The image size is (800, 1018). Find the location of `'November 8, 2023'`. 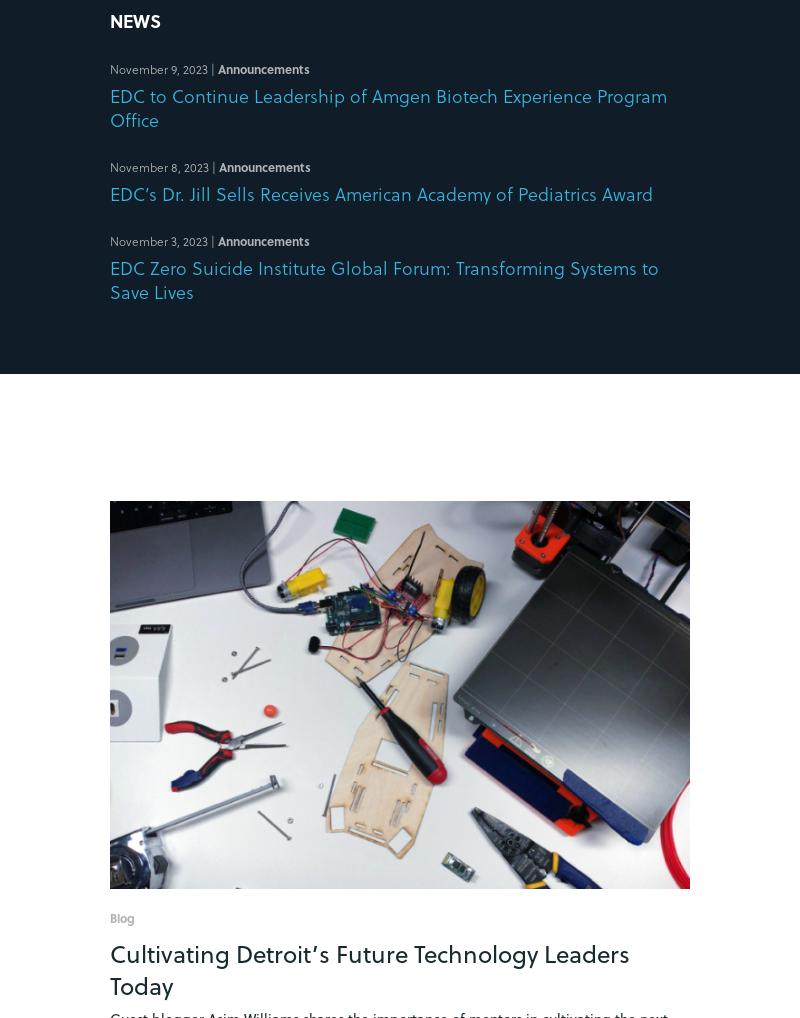

'November 8, 2023' is located at coordinates (159, 170).